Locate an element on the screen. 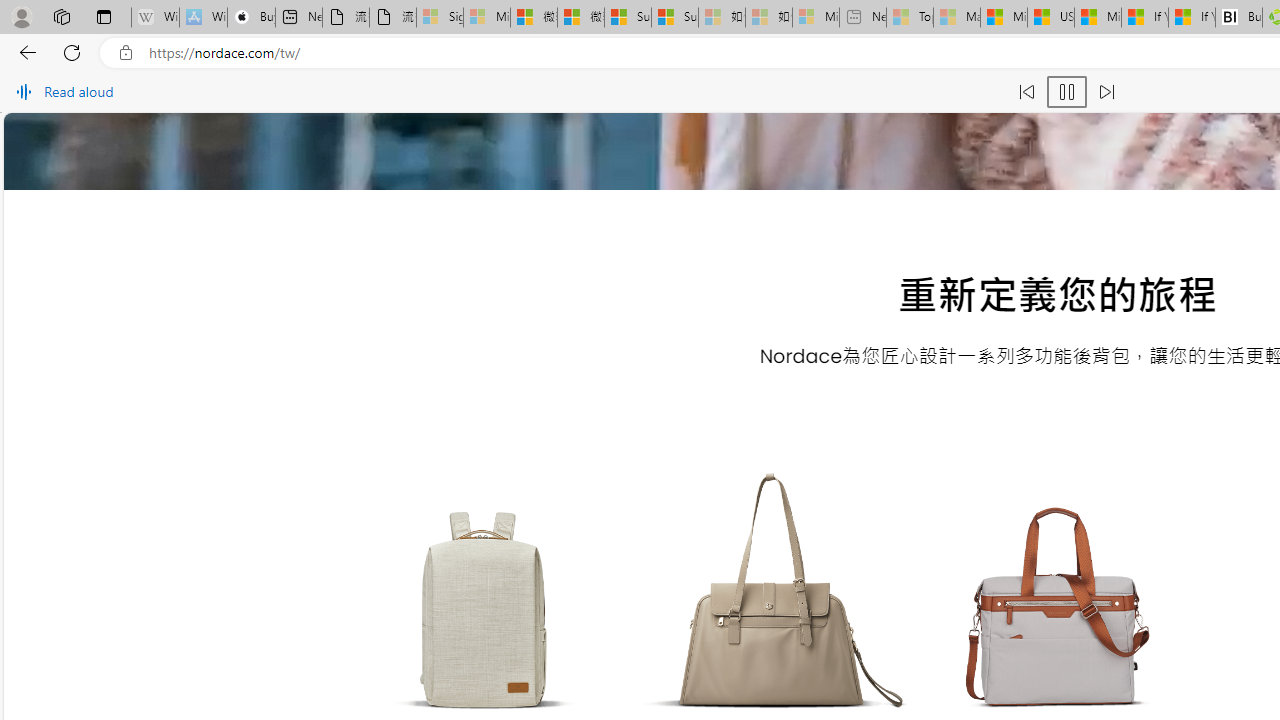 This screenshot has height=720, width=1280. 'Buy iPad - Apple' is located at coordinates (250, 17).